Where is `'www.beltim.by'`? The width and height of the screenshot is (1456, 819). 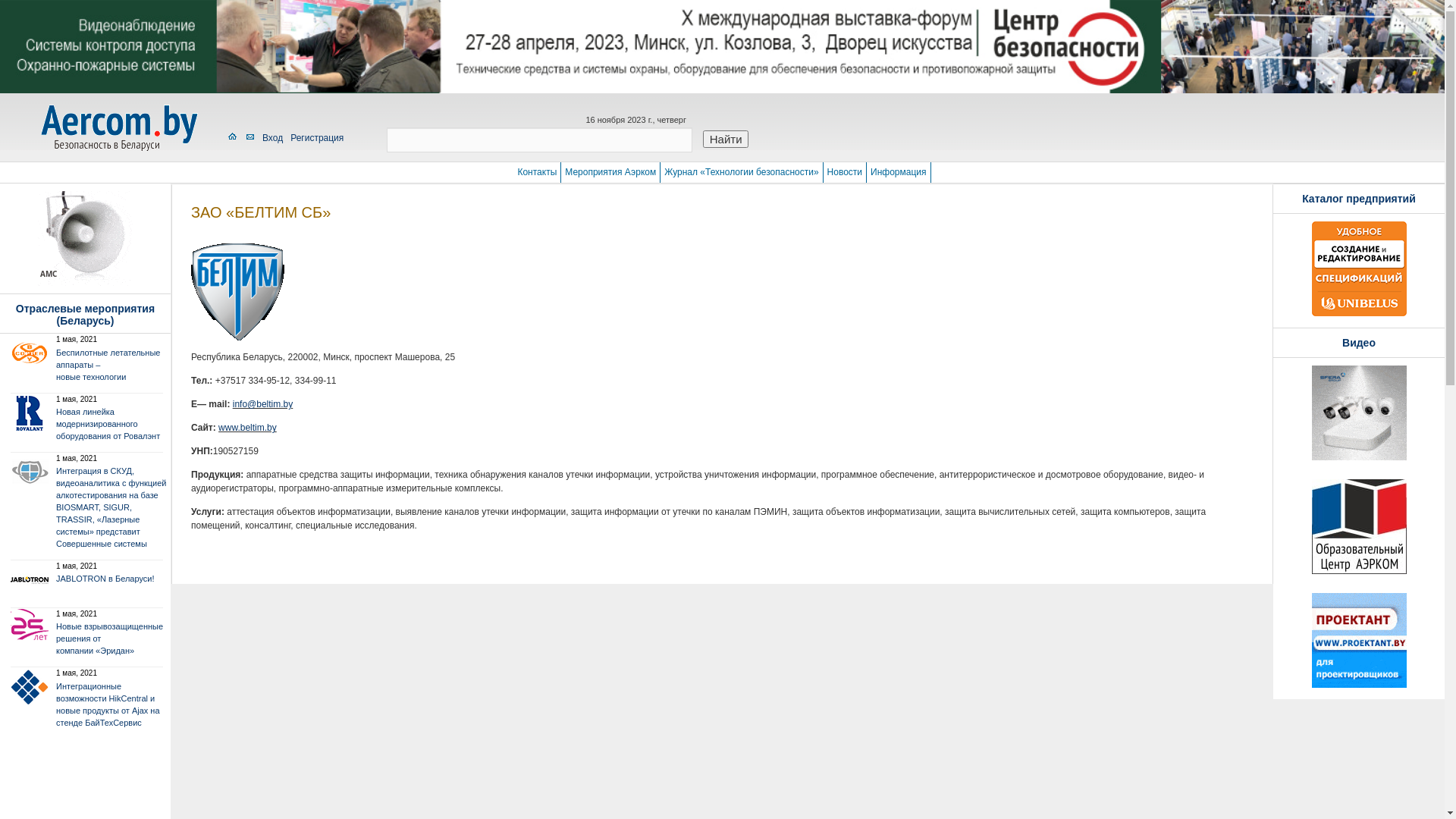
'www.beltim.by' is located at coordinates (247, 427).